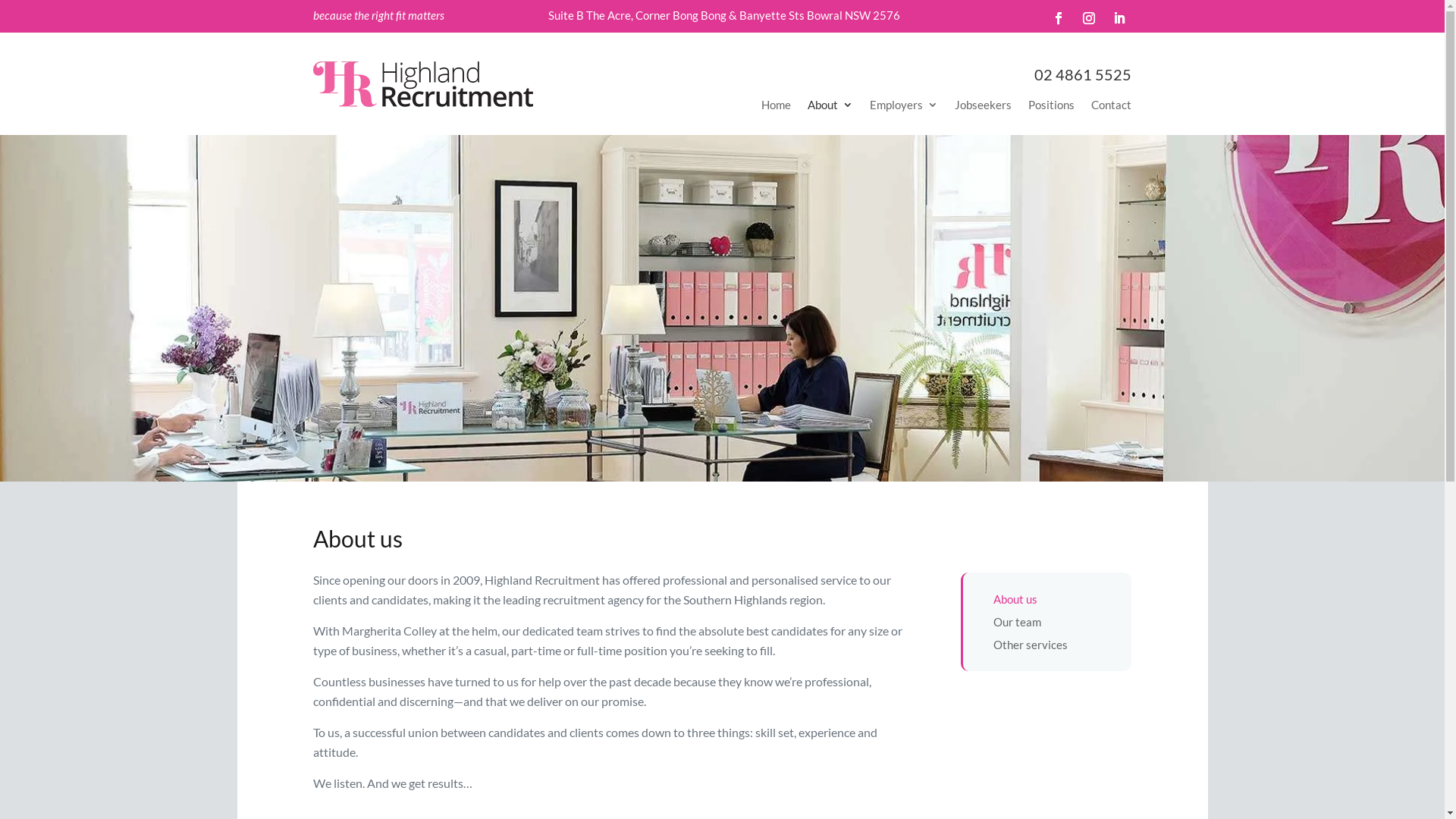 The width and height of the screenshot is (1456, 819). Describe the element at coordinates (1017, 625) in the screenshot. I see `'Our team'` at that location.